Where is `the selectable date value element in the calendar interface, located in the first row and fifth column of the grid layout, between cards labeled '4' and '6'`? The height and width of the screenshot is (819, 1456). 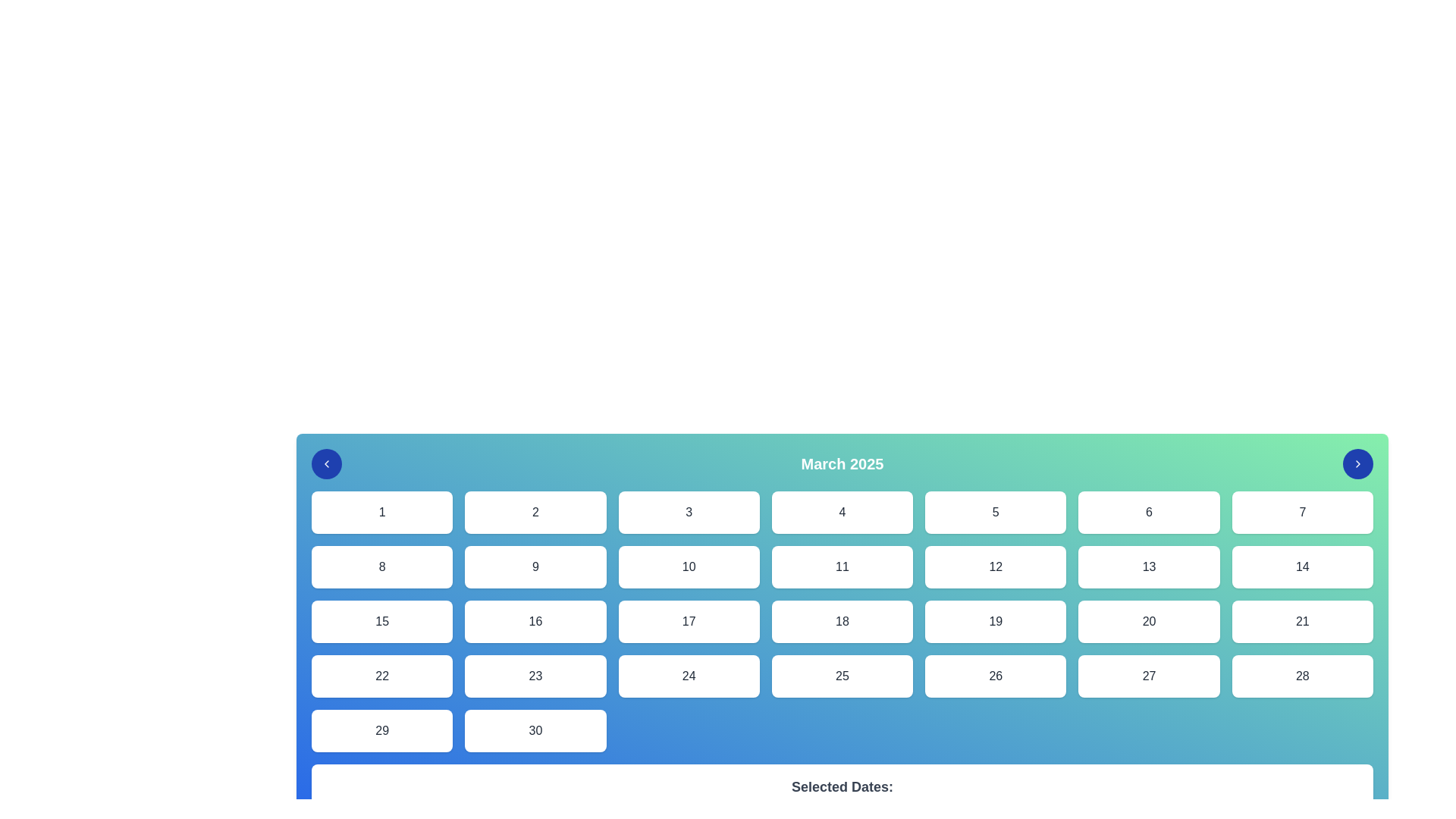 the selectable date value element in the calendar interface, located in the first row and fifth column of the grid layout, between cards labeled '4' and '6' is located at coordinates (996, 512).